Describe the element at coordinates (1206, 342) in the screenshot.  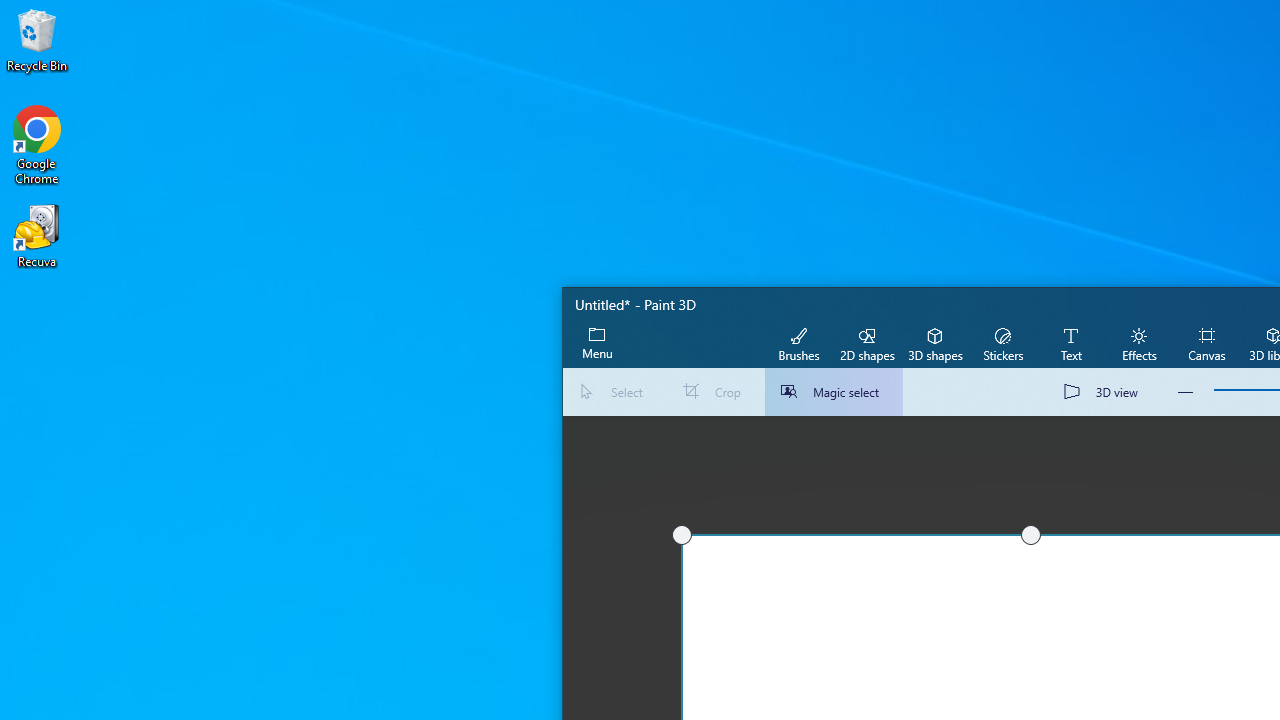
I see `'Canvas'` at that location.